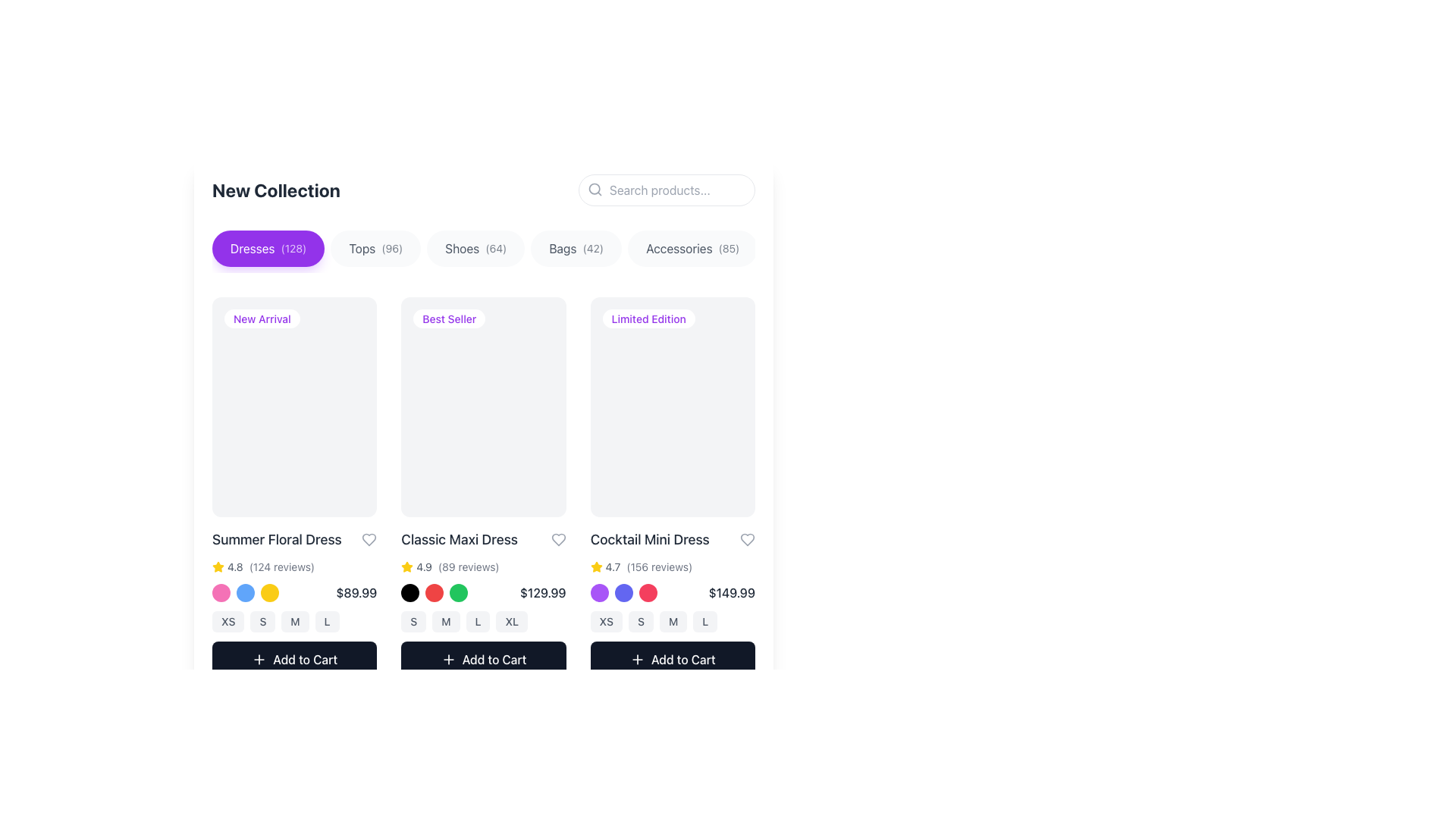 The width and height of the screenshot is (1456, 819). What do you see at coordinates (221, 591) in the screenshot?
I see `the pink color selector indicator for the Summer Floral Dress` at bounding box center [221, 591].